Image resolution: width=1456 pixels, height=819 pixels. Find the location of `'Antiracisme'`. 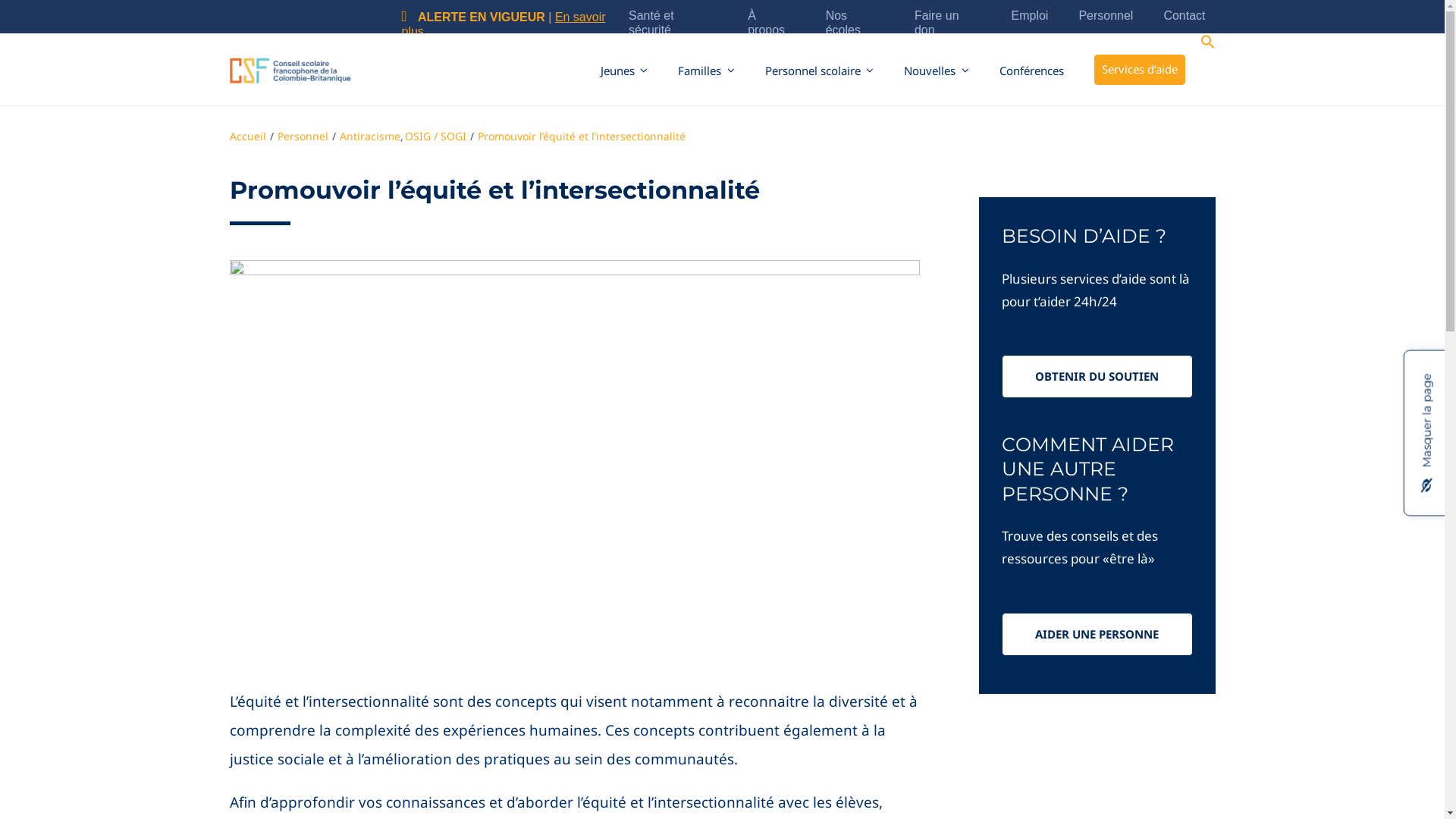

'Antiracisme' is located at coordinates (370, 135).